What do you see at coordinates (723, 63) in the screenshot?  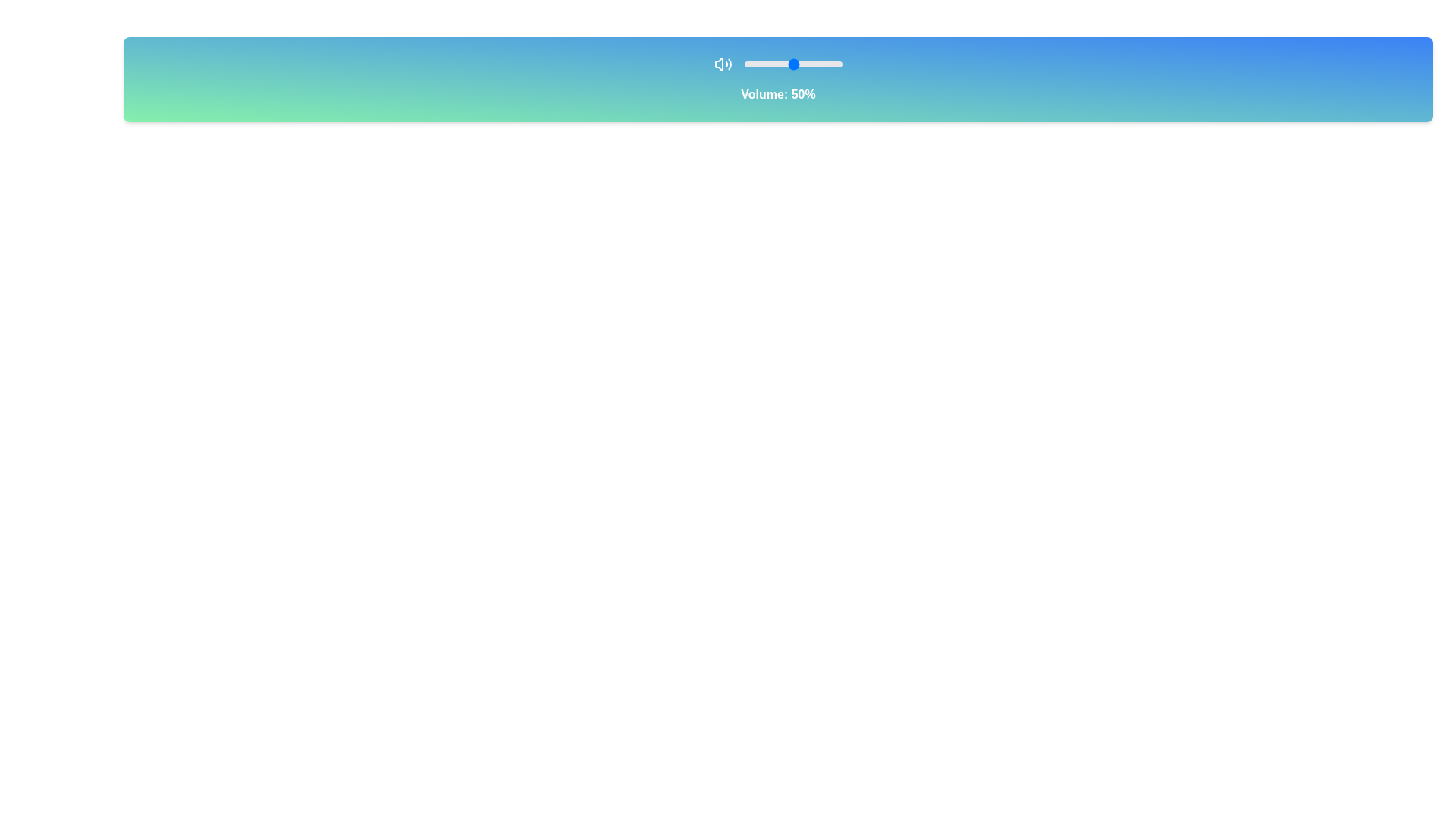 I see `the volume icon, which is a minimalistic speaker with sound waves located on the far left of the top bar` at bounding box center [723, 63].